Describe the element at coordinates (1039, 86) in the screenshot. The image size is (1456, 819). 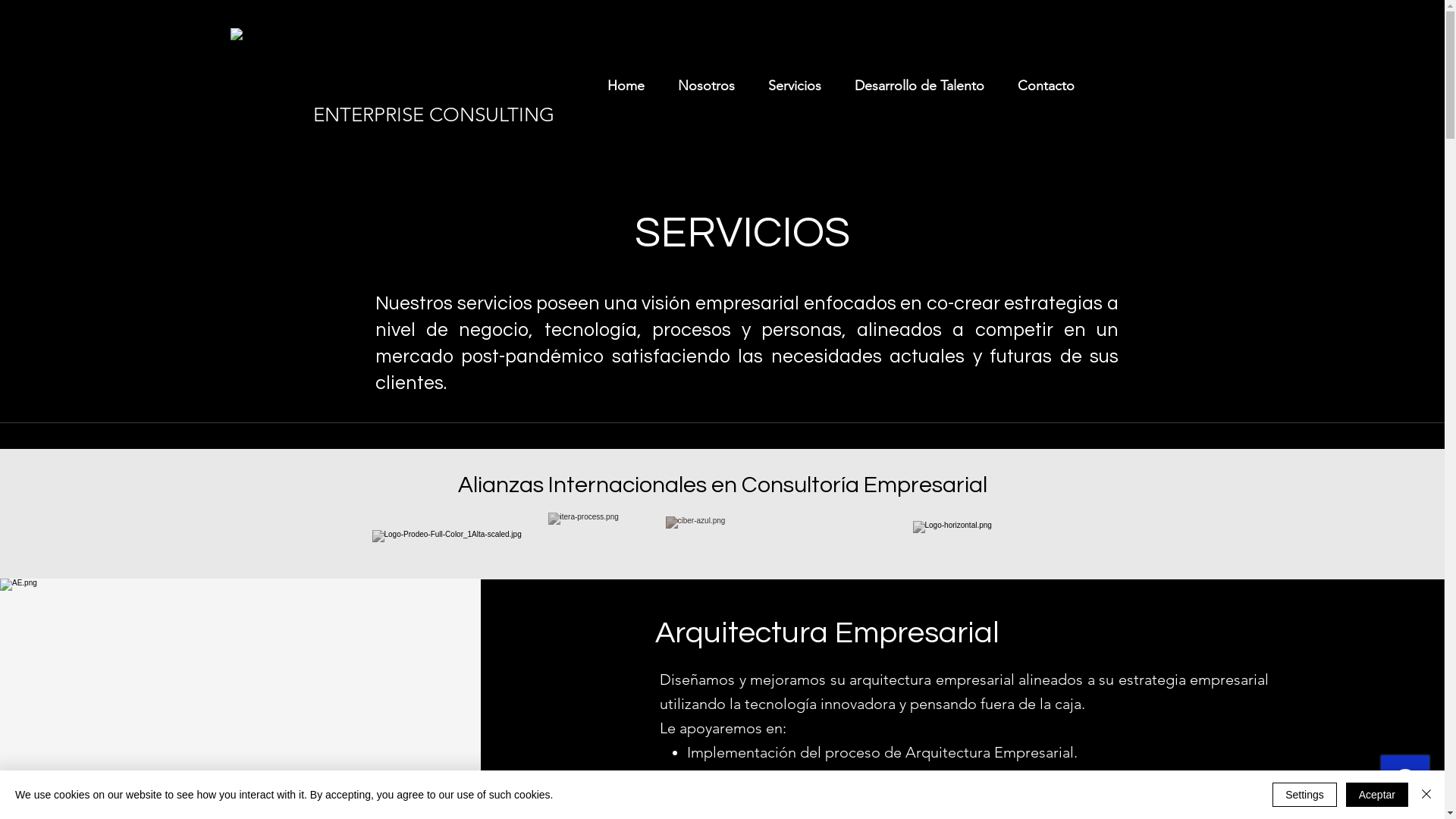
I see `'Contacto'` at that location.